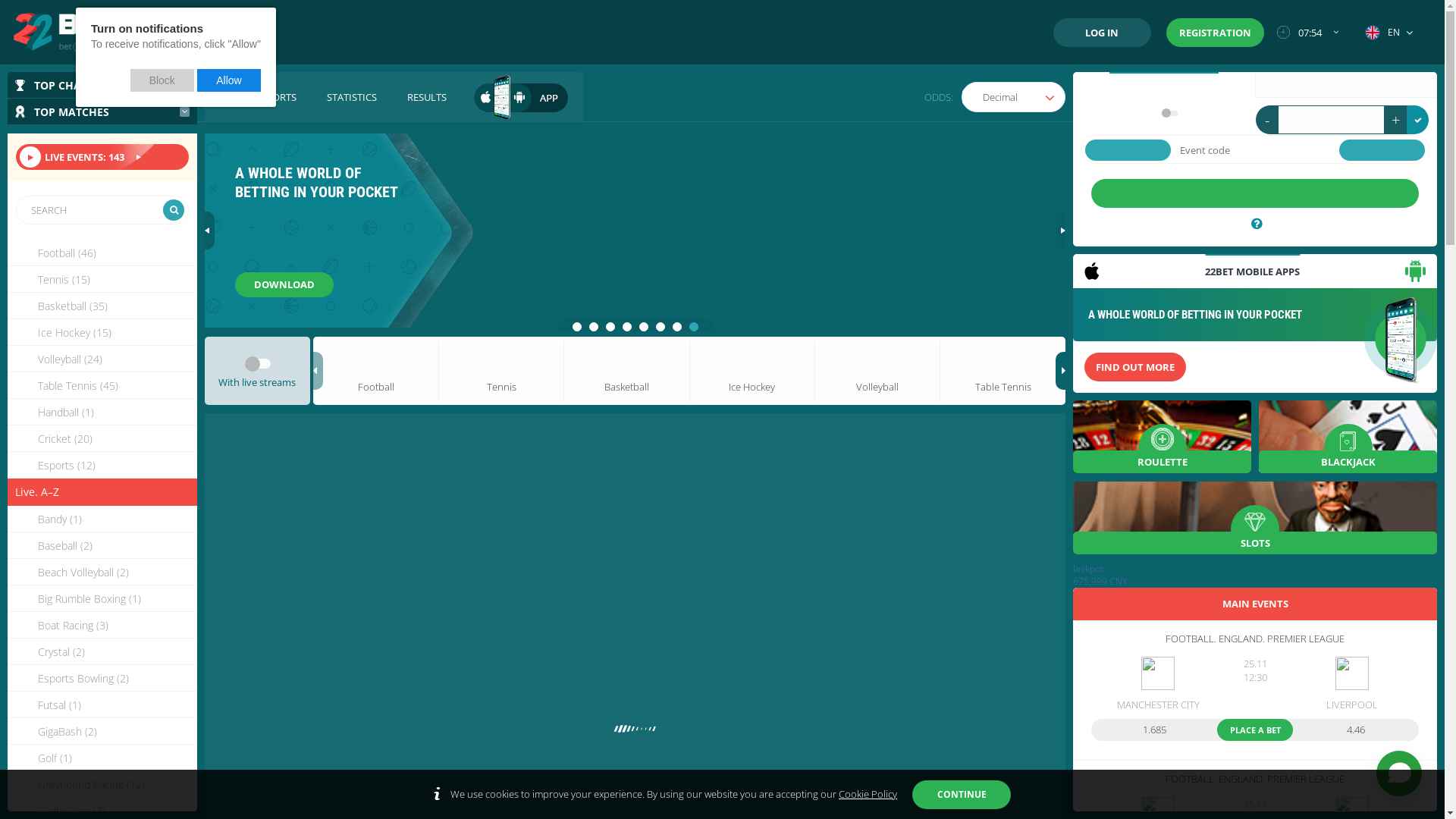  Describe the element at coordinates (1161, 436) in the screenshot. I see `'ROULETTE'` at that location.